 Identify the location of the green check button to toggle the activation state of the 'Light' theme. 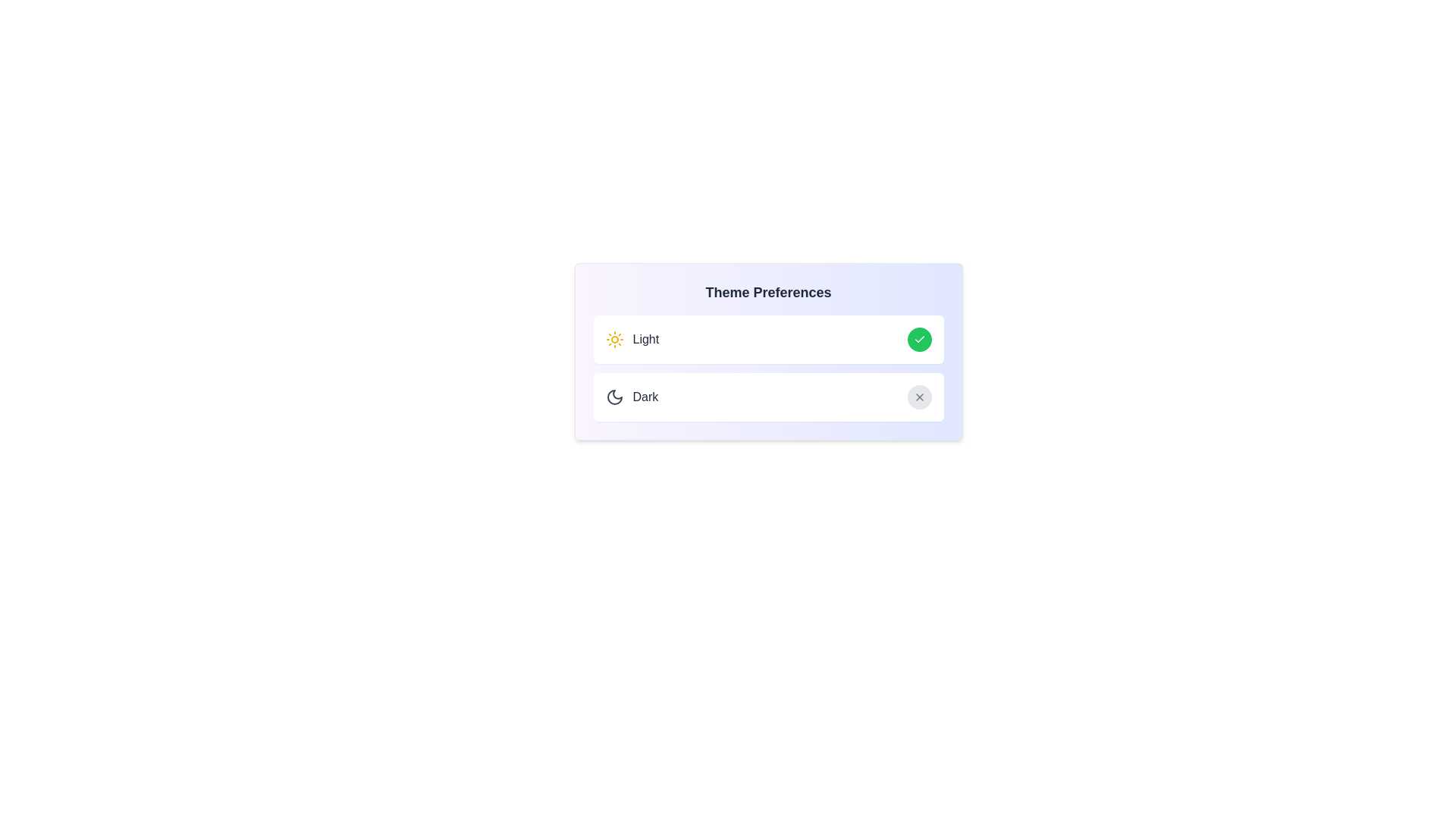
(918, 338).